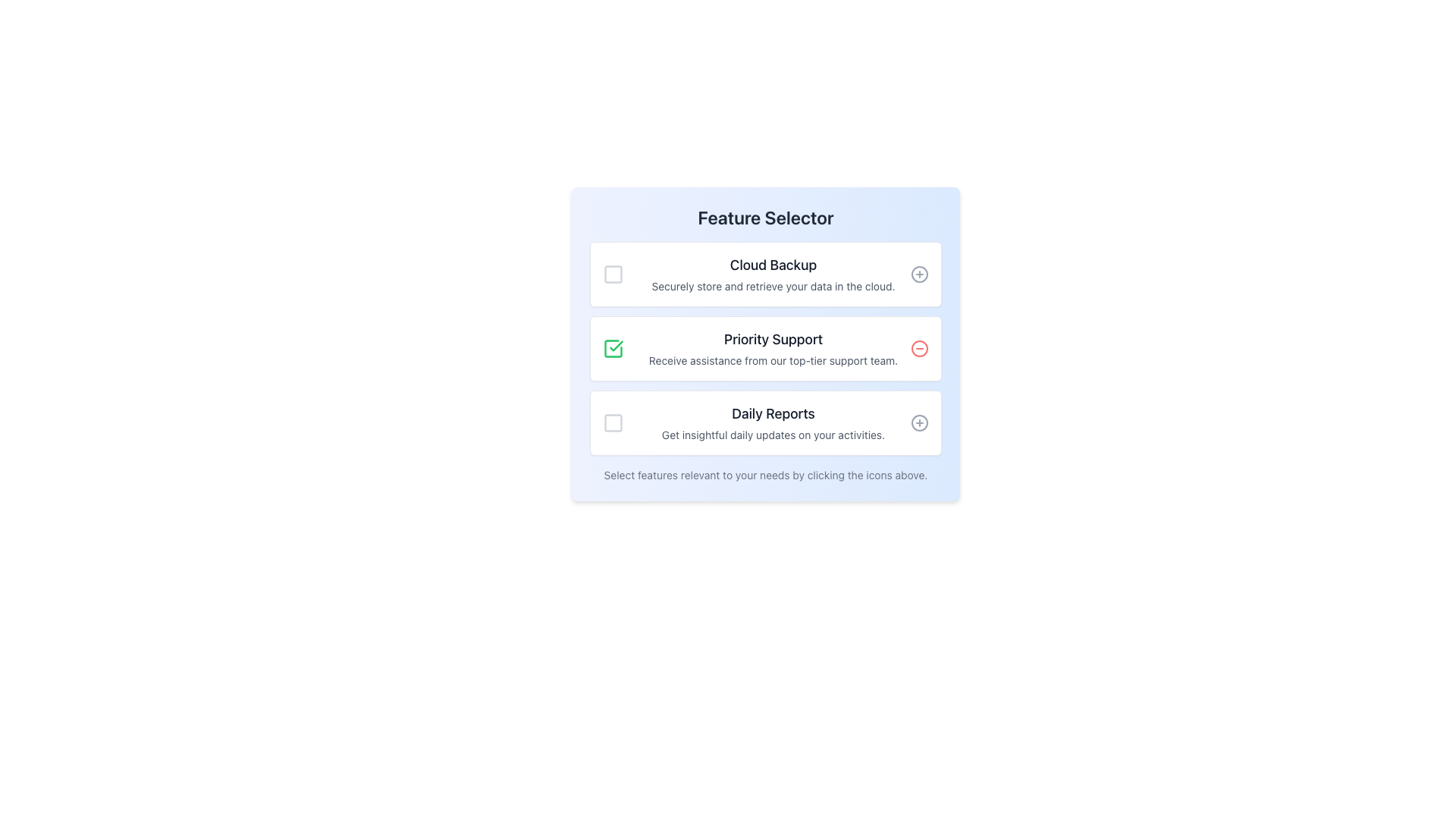  Describe the element at coordinates (773, 435) in the screenshot. I see `the text label providing information about the 'Daily Reports' feature, located below the 'Daily Reports' title` at that location.